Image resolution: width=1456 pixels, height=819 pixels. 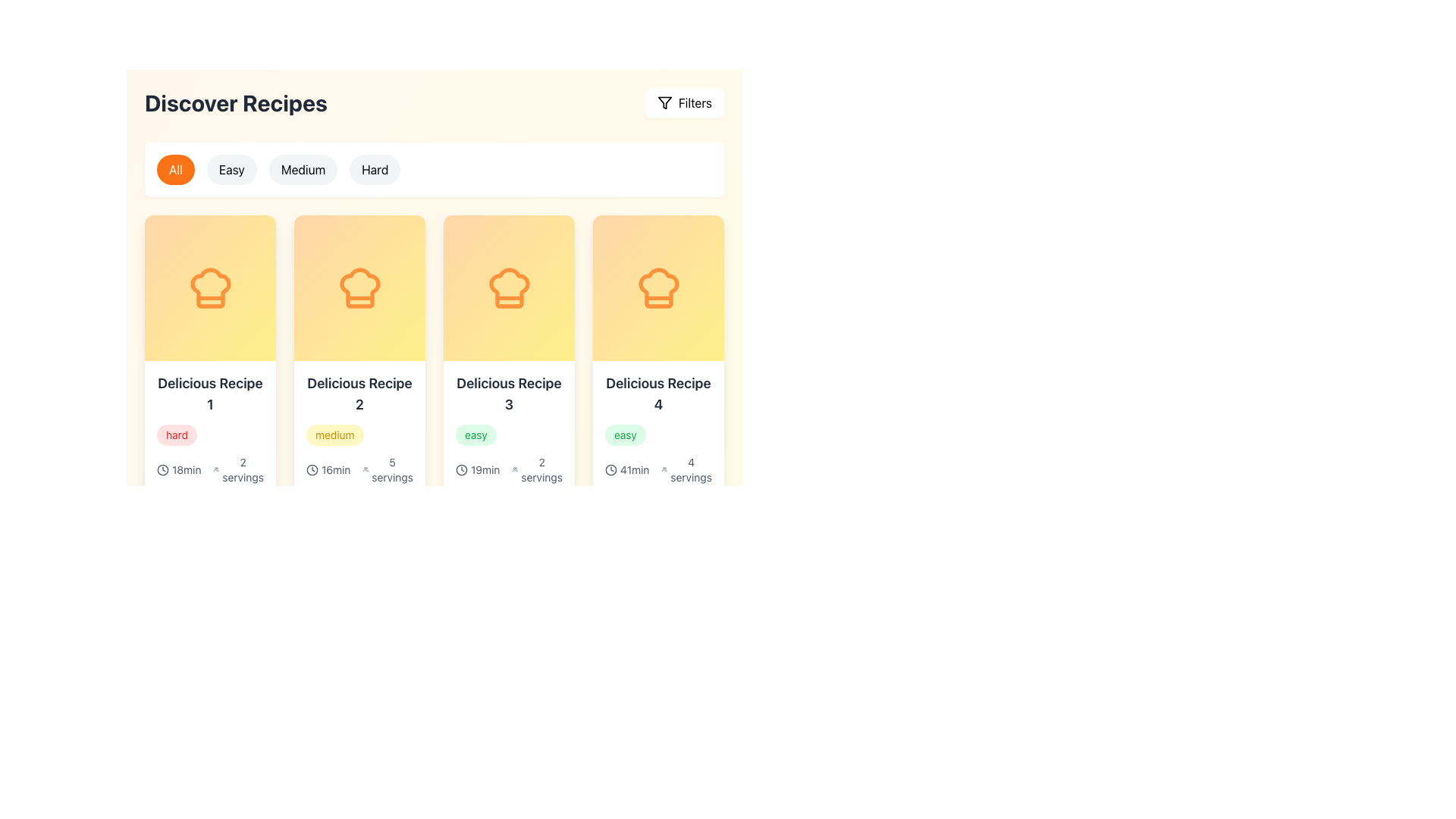 What do you see at coordinates (509, 394) in the screenshot?
I see `the bold text label titled 'Delicious Recipe 3', which is centrally positioned below an orange chef's hat icon in the third recipe card` at bounding box center [509, 394].